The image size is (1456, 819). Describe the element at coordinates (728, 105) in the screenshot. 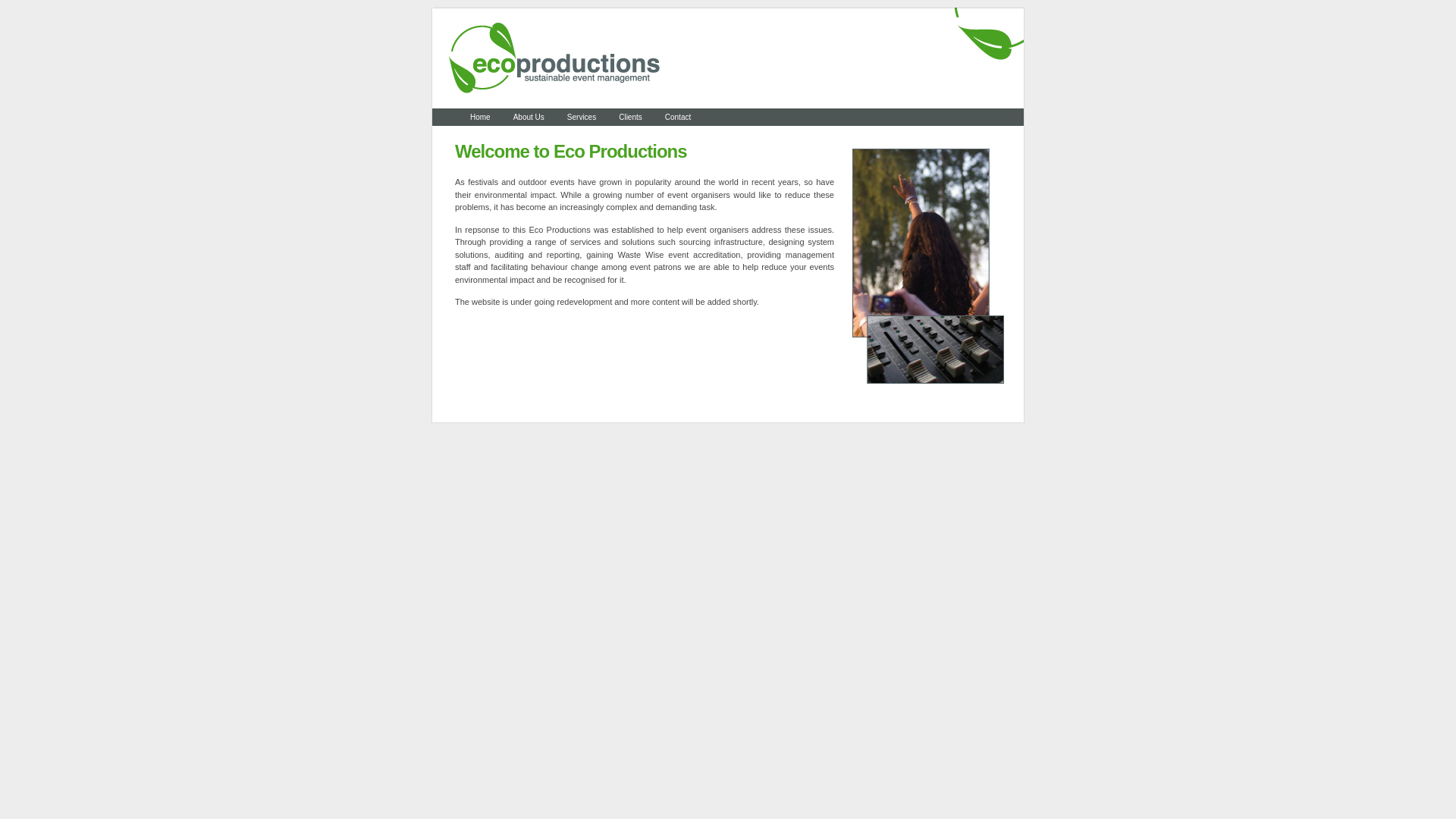

I see `'Eco Productions'` at that location.